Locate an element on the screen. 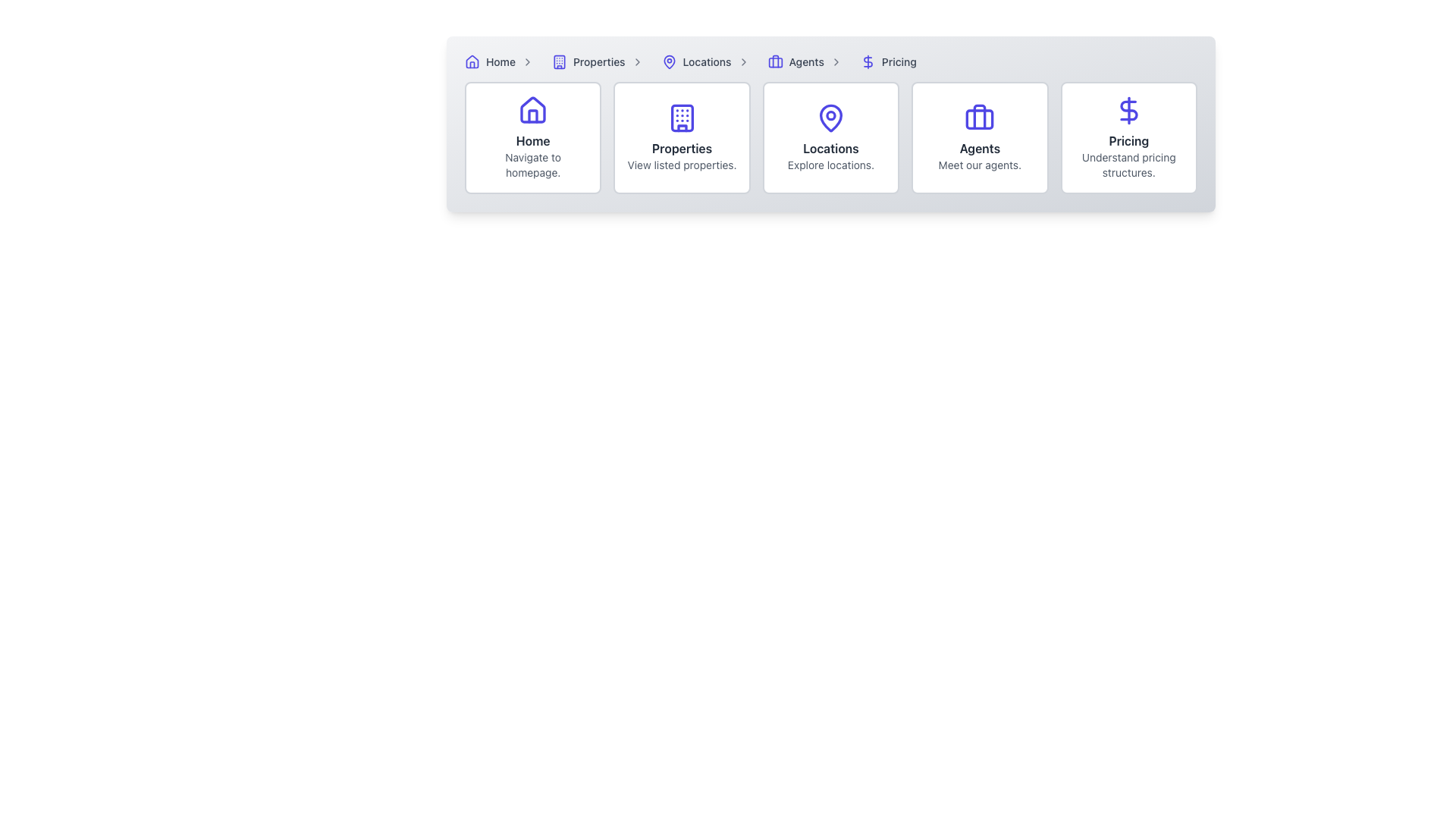 The width and height of the screenshot is (1456, 819). the bright indigo briefcase icon with a rounded handle located within the 'Agents' card in the navigation section is located at coordinates (980, 117).